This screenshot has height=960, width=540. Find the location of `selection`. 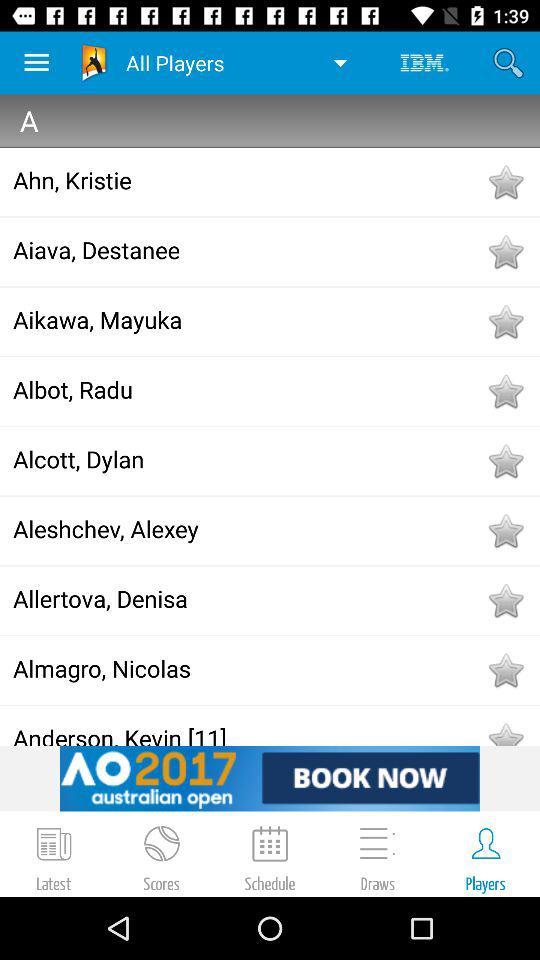

selection is located at coordinates (504, 461).